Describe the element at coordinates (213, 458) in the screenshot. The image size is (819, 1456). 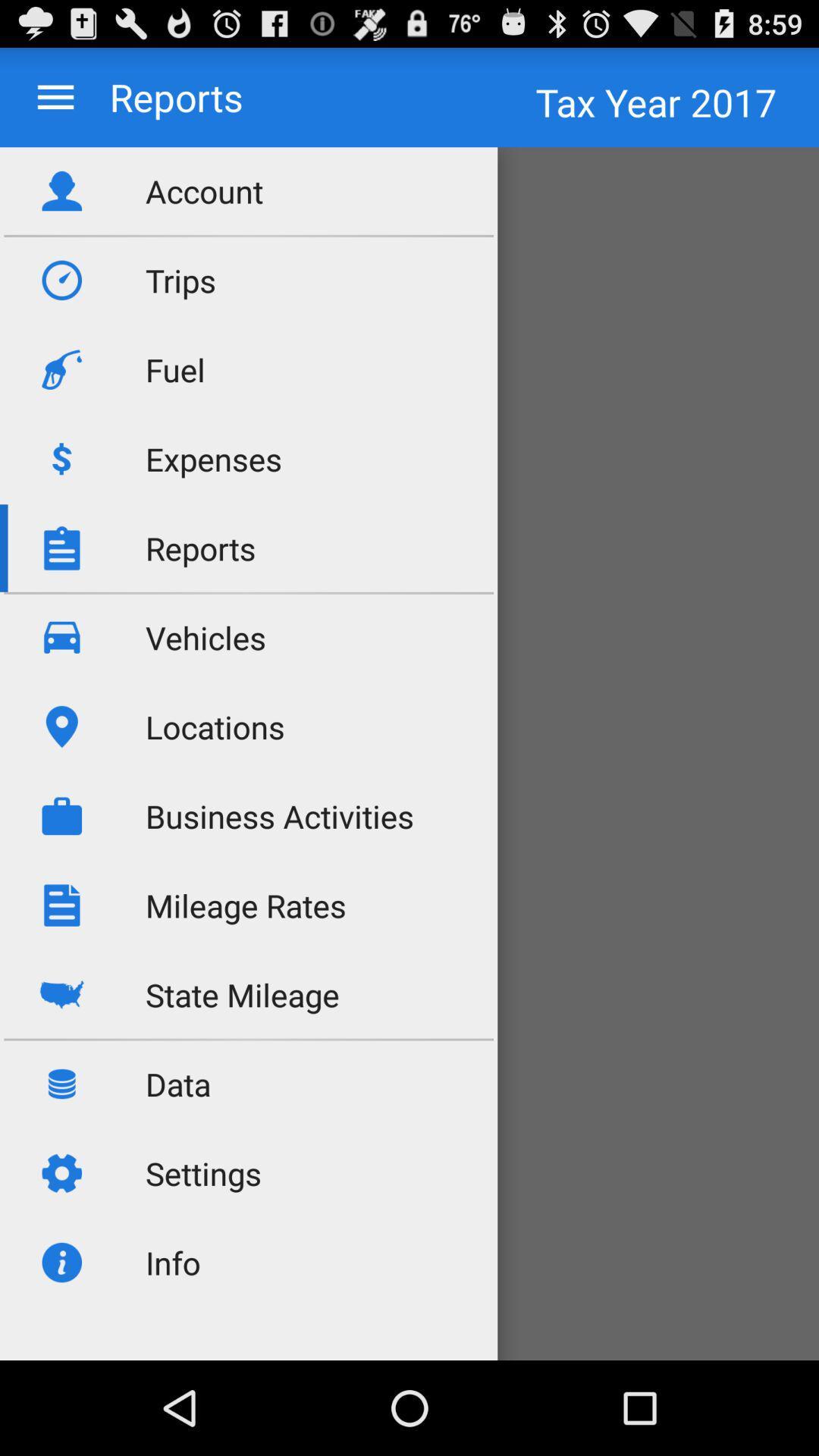
I see `expenses app` at that location.